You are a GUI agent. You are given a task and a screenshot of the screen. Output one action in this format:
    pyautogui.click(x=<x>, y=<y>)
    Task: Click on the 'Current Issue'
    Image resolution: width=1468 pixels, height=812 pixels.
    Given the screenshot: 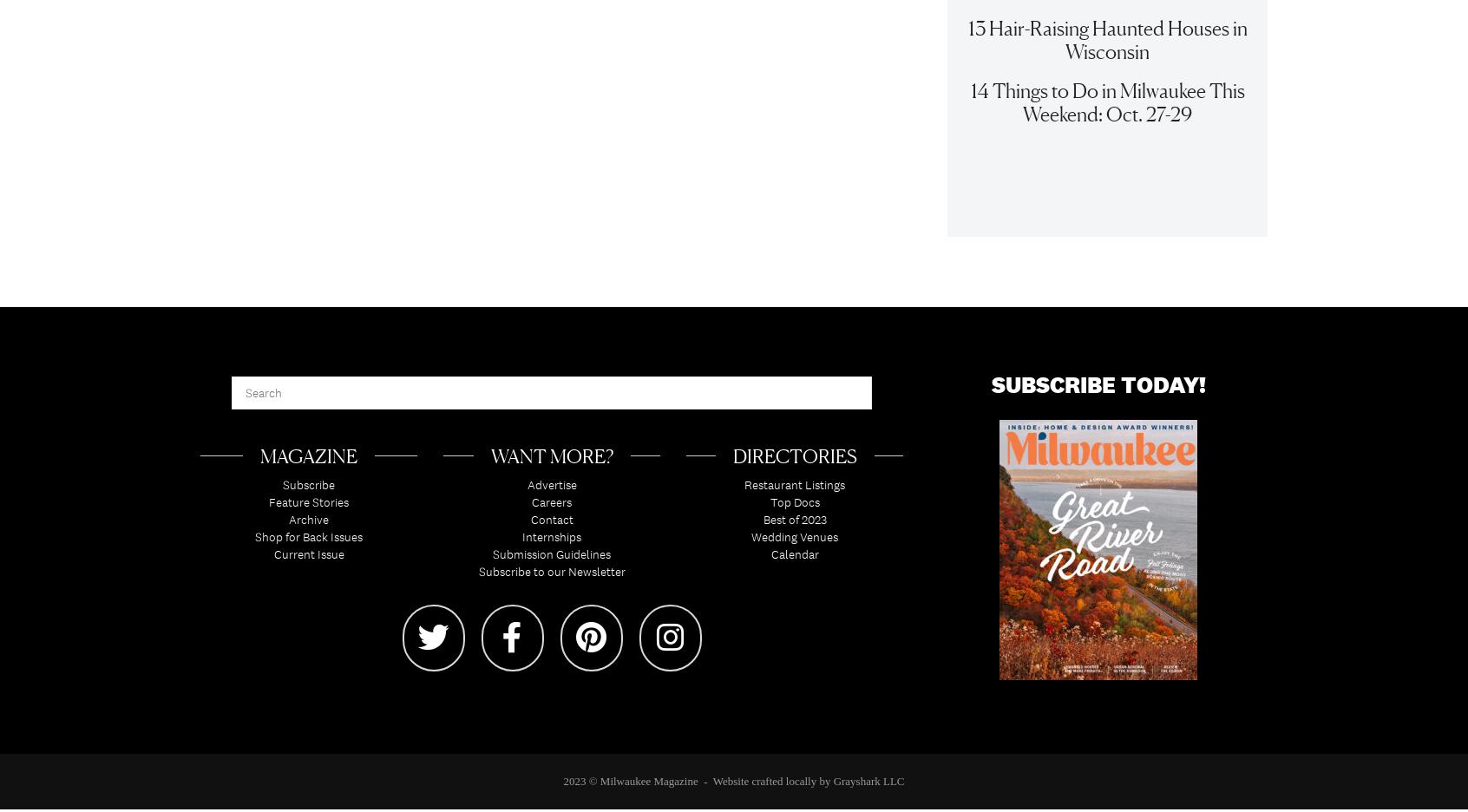 What is the action you would take?
    pyautogui.click(x=272, y=560)
    